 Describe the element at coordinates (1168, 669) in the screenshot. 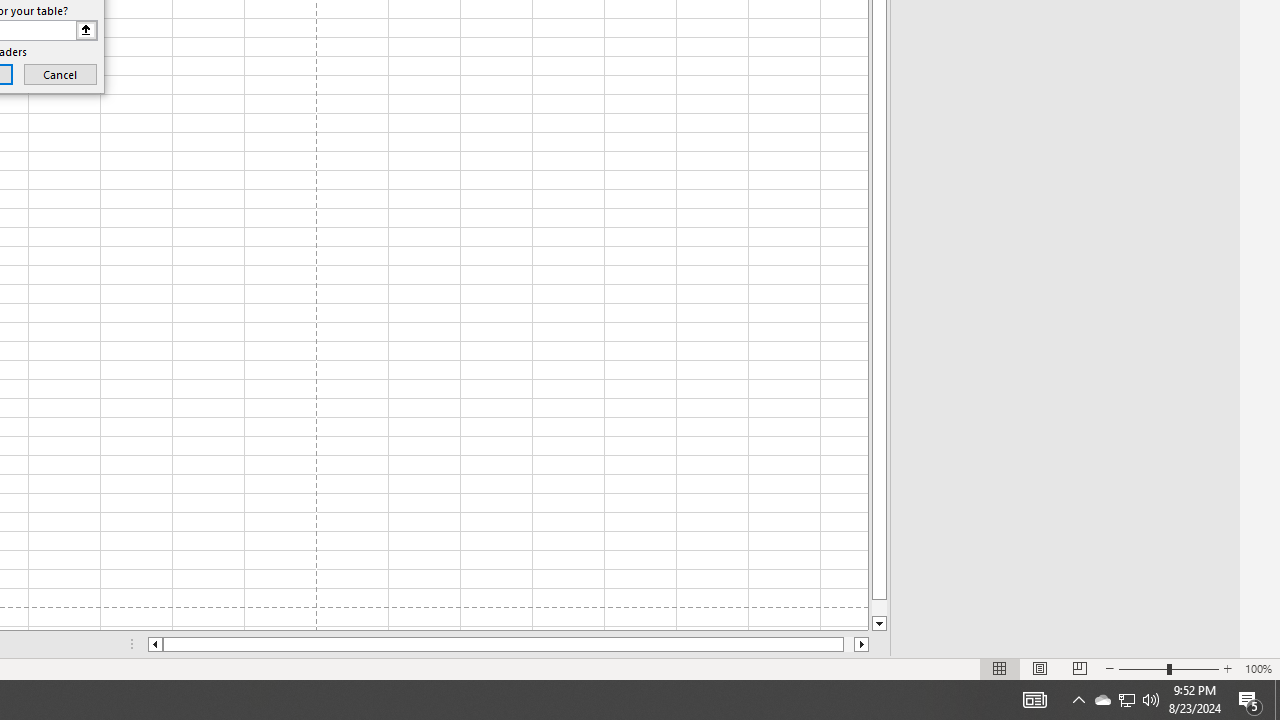

I see `'Zoom'` at that location.